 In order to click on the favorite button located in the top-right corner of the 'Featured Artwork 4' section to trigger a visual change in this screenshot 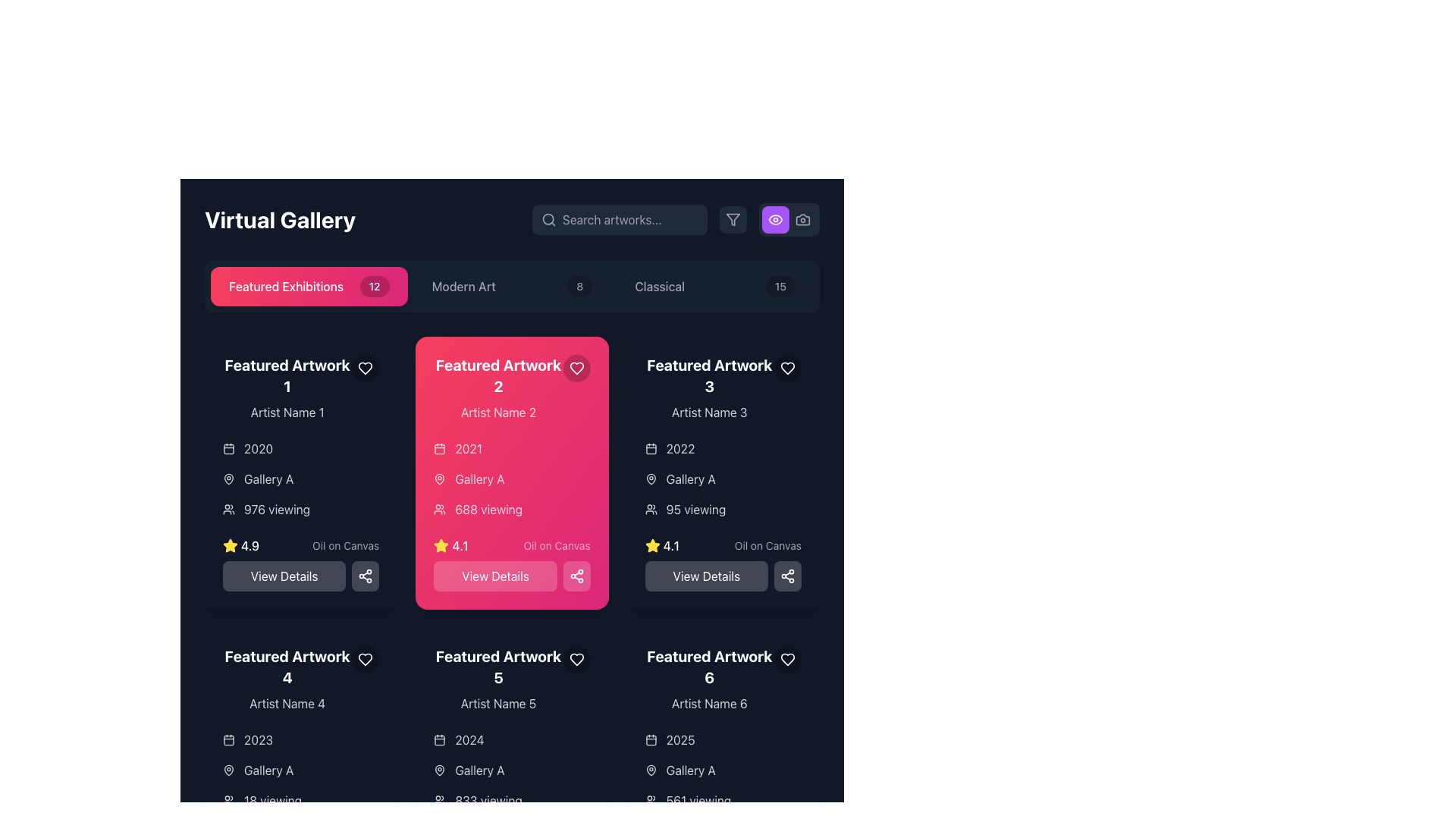, I will do `click(366, 659)`.